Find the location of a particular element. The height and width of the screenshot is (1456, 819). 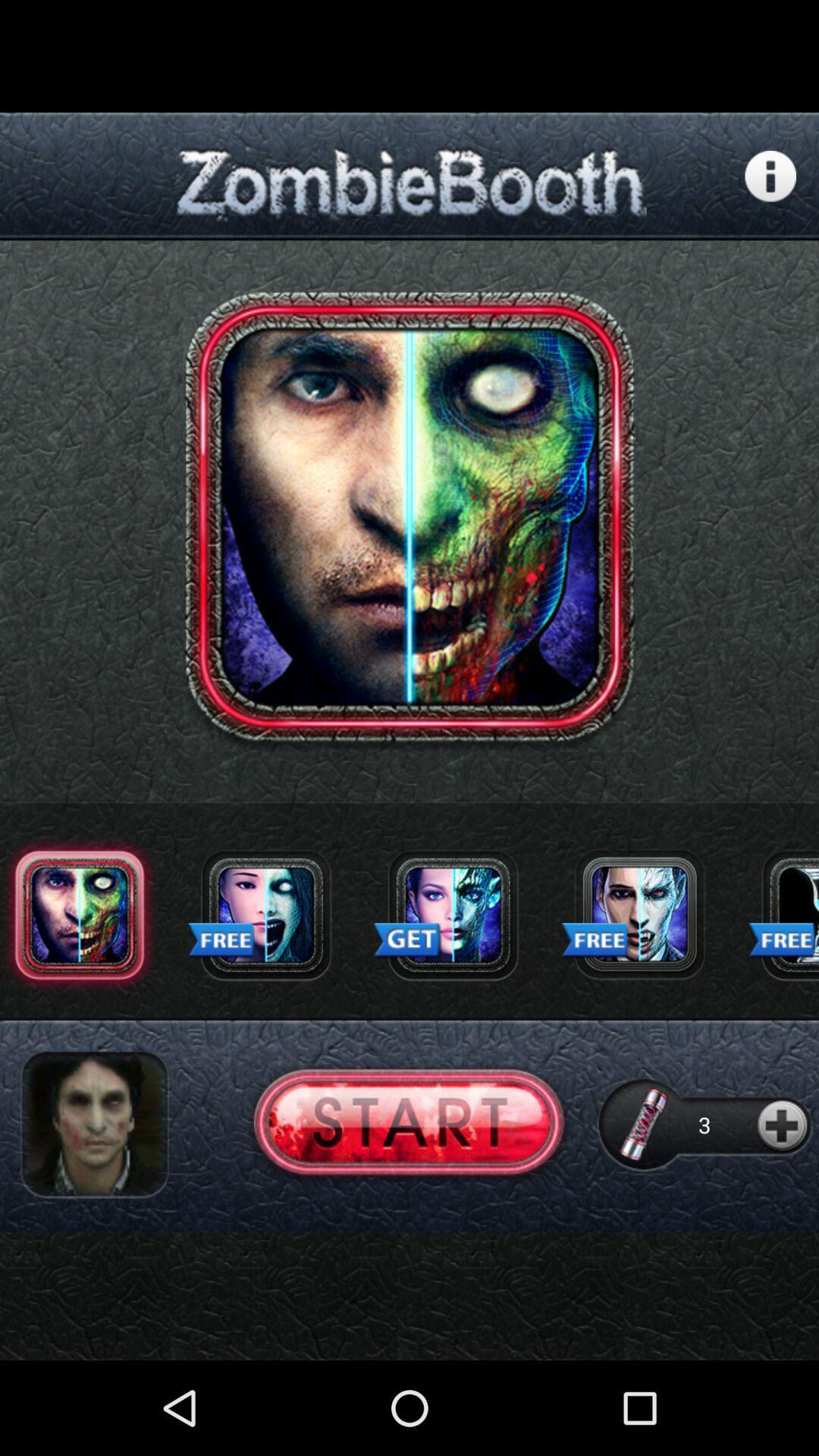

free skin is located at coordinates (783, 914).